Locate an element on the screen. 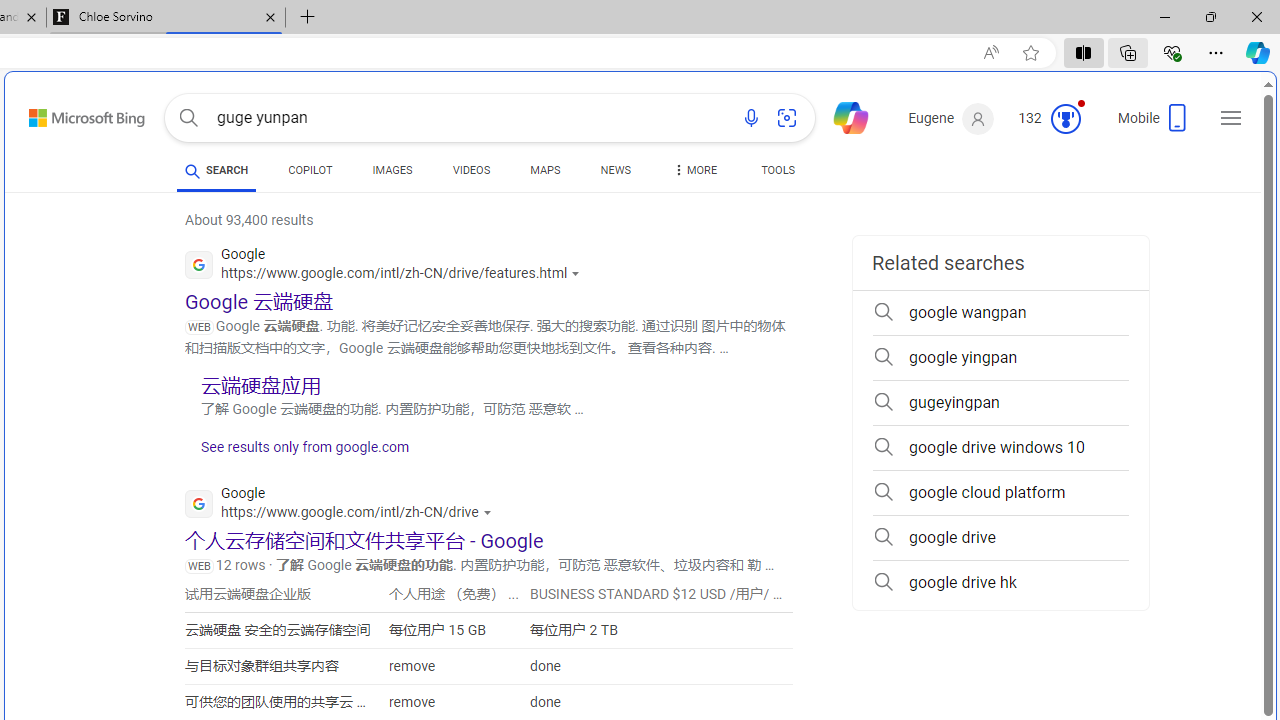 The height and width of the screenshot is (720, 1280). 'Mobile' is located at coordinates (1155, 124).